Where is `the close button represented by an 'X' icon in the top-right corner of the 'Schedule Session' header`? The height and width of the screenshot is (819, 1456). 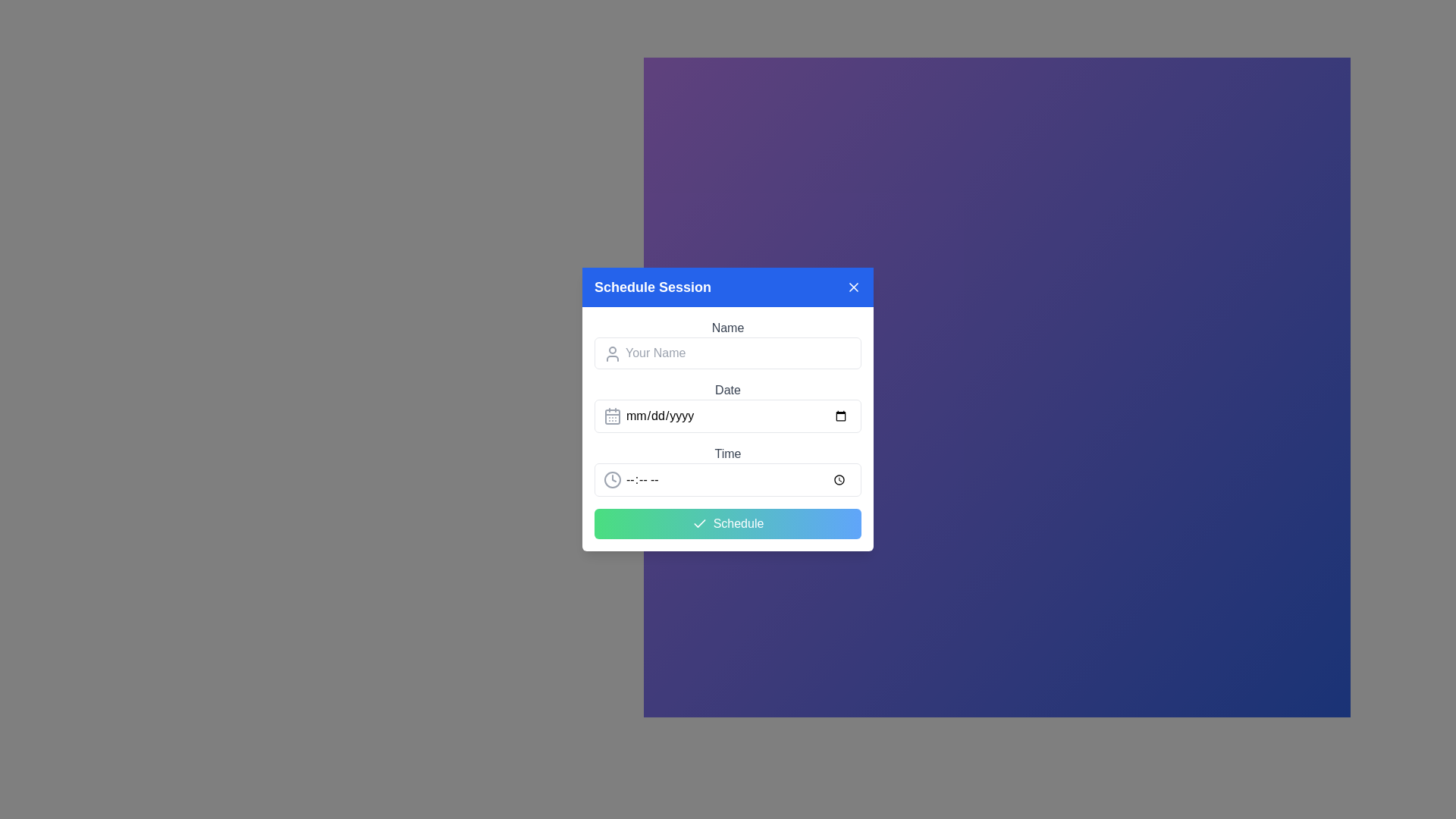 the close button represented by an 'X' icon in the top-right corner of the 'Schedule Session' header is located at coordinates (854, 287).